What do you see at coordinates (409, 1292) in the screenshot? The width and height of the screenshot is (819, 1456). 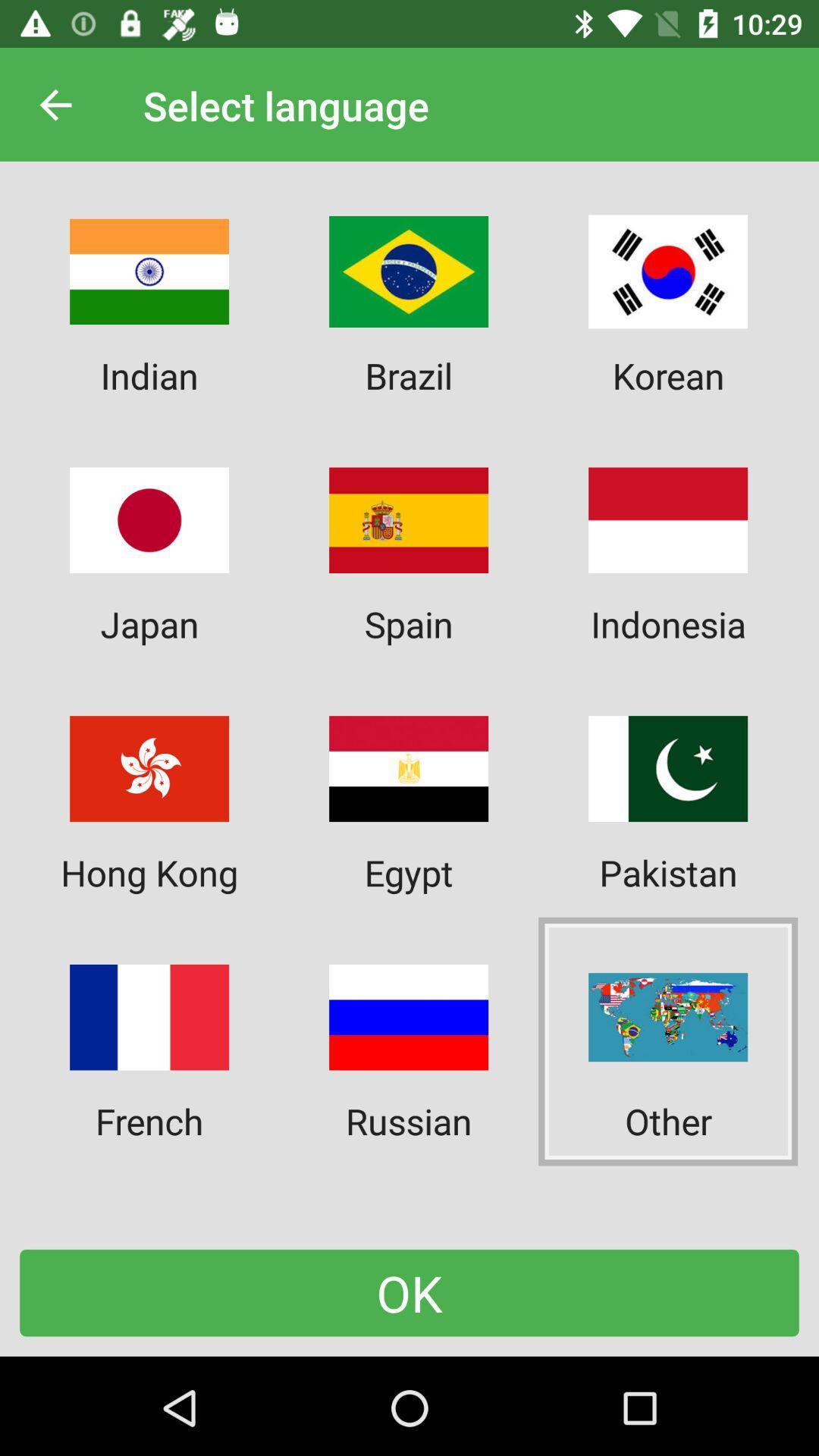 I see `item below french` at bounding box center [409, 1292].